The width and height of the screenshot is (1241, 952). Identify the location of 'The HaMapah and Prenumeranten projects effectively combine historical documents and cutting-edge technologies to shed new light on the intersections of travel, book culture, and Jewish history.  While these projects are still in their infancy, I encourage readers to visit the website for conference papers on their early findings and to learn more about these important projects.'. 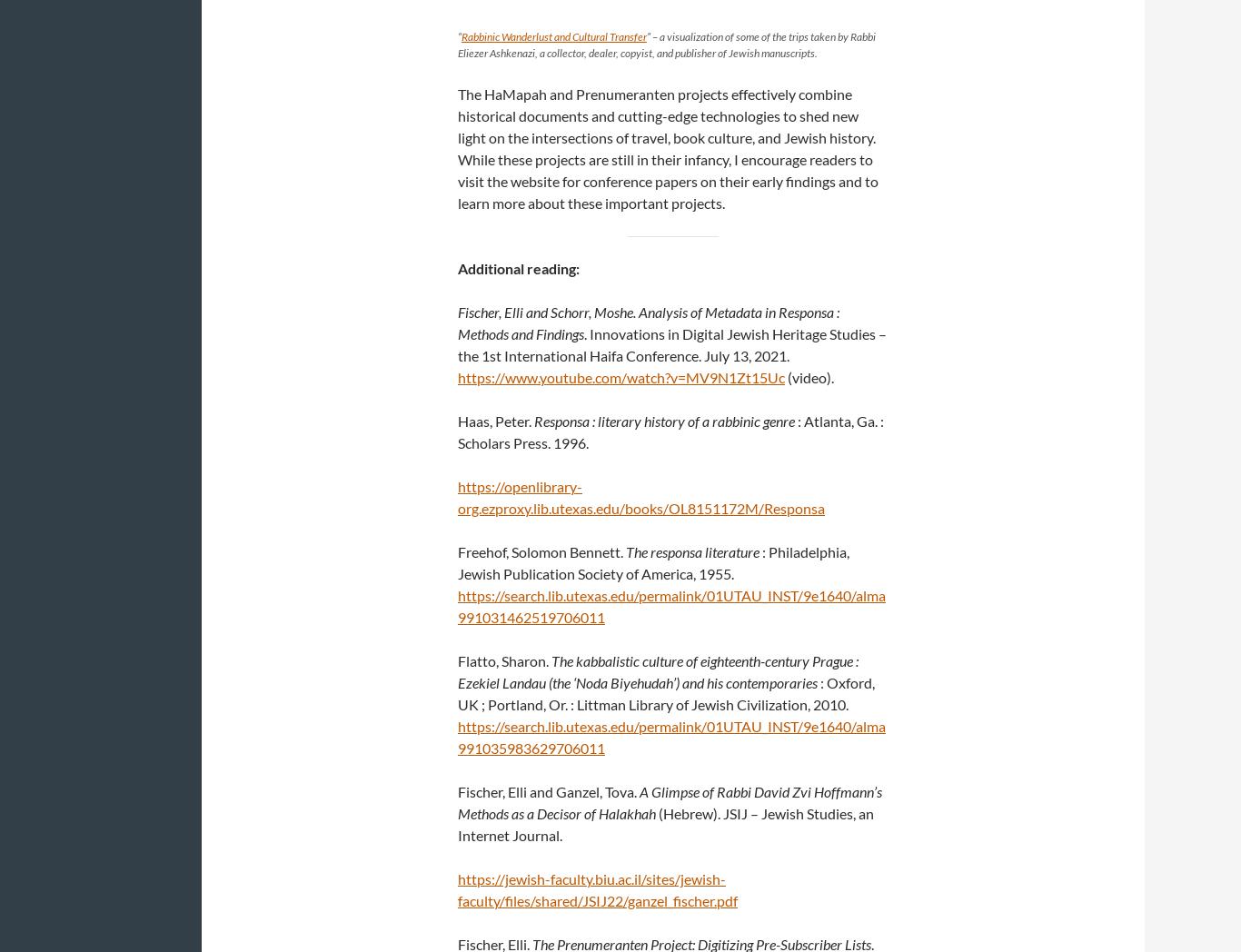
(668, 148).